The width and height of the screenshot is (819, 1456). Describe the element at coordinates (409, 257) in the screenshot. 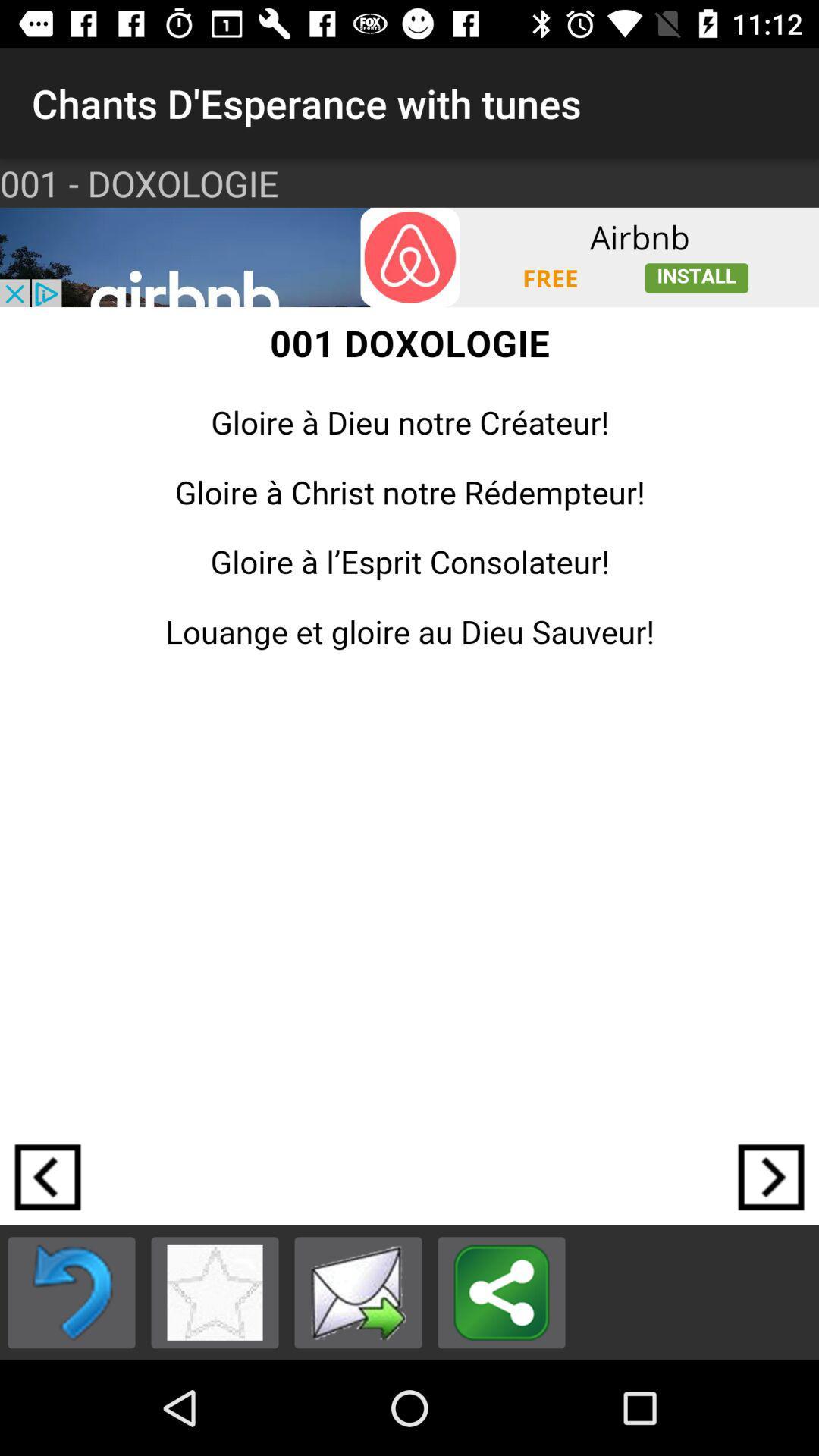

I see `advertisement website` at that location.